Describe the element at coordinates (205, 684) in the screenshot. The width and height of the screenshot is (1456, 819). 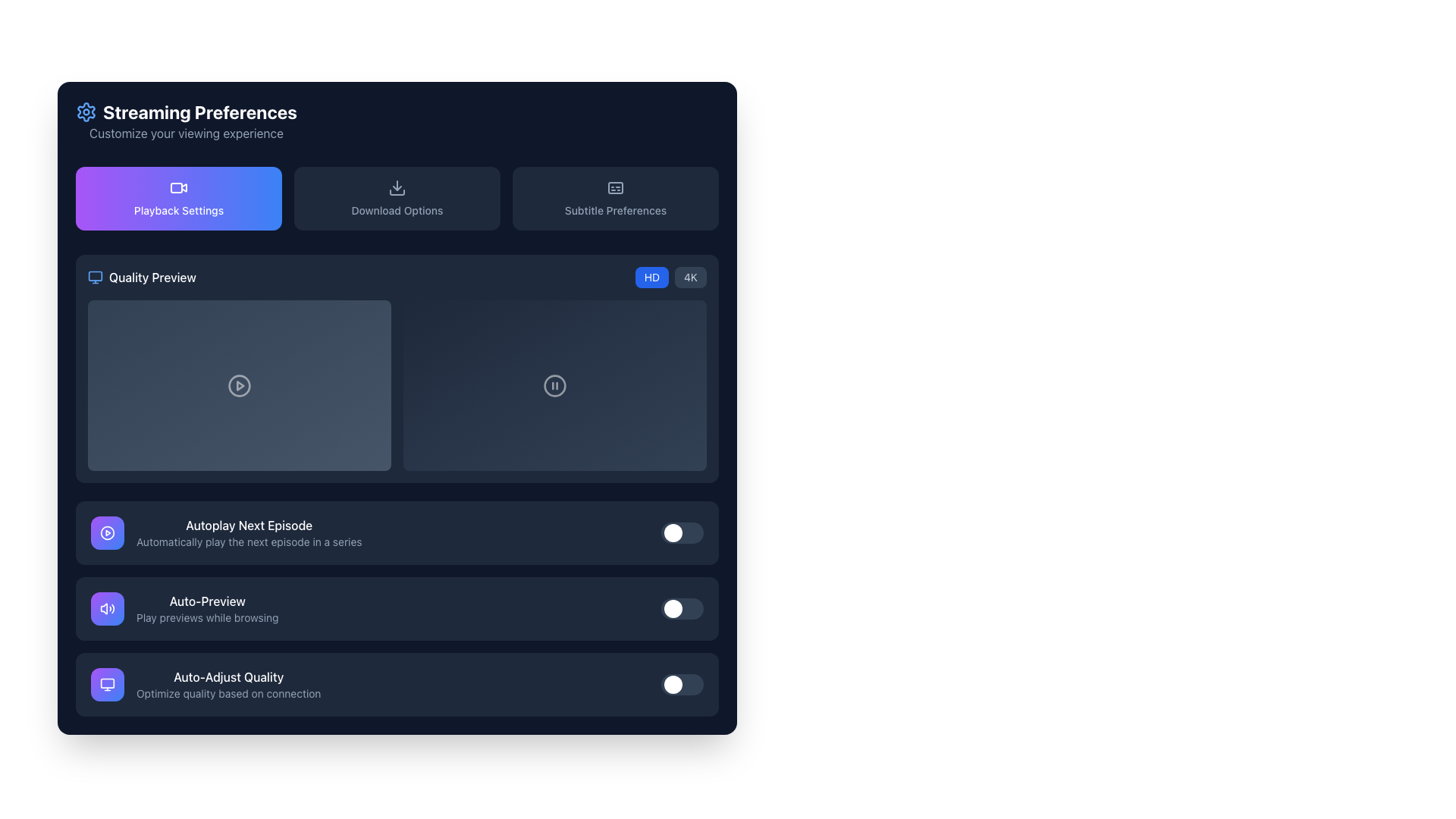
I see `the title 'Auto-Adjust Quality' to possibly reveal a tooltip` at that location.